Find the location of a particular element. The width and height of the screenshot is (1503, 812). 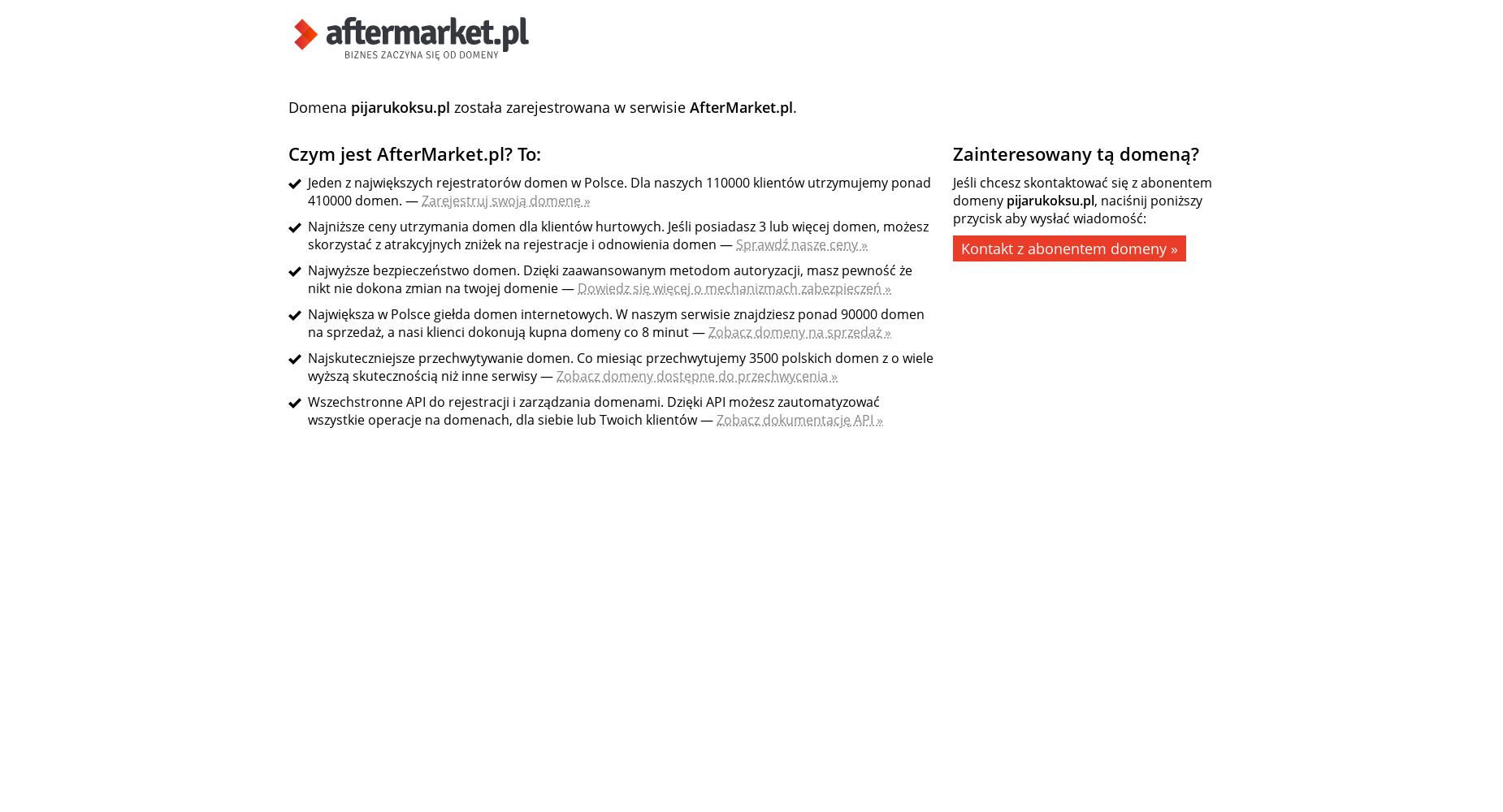

'Jeśli chcesz skontaktować się z abonentem domeny' is located at coordinates (1081, 191).